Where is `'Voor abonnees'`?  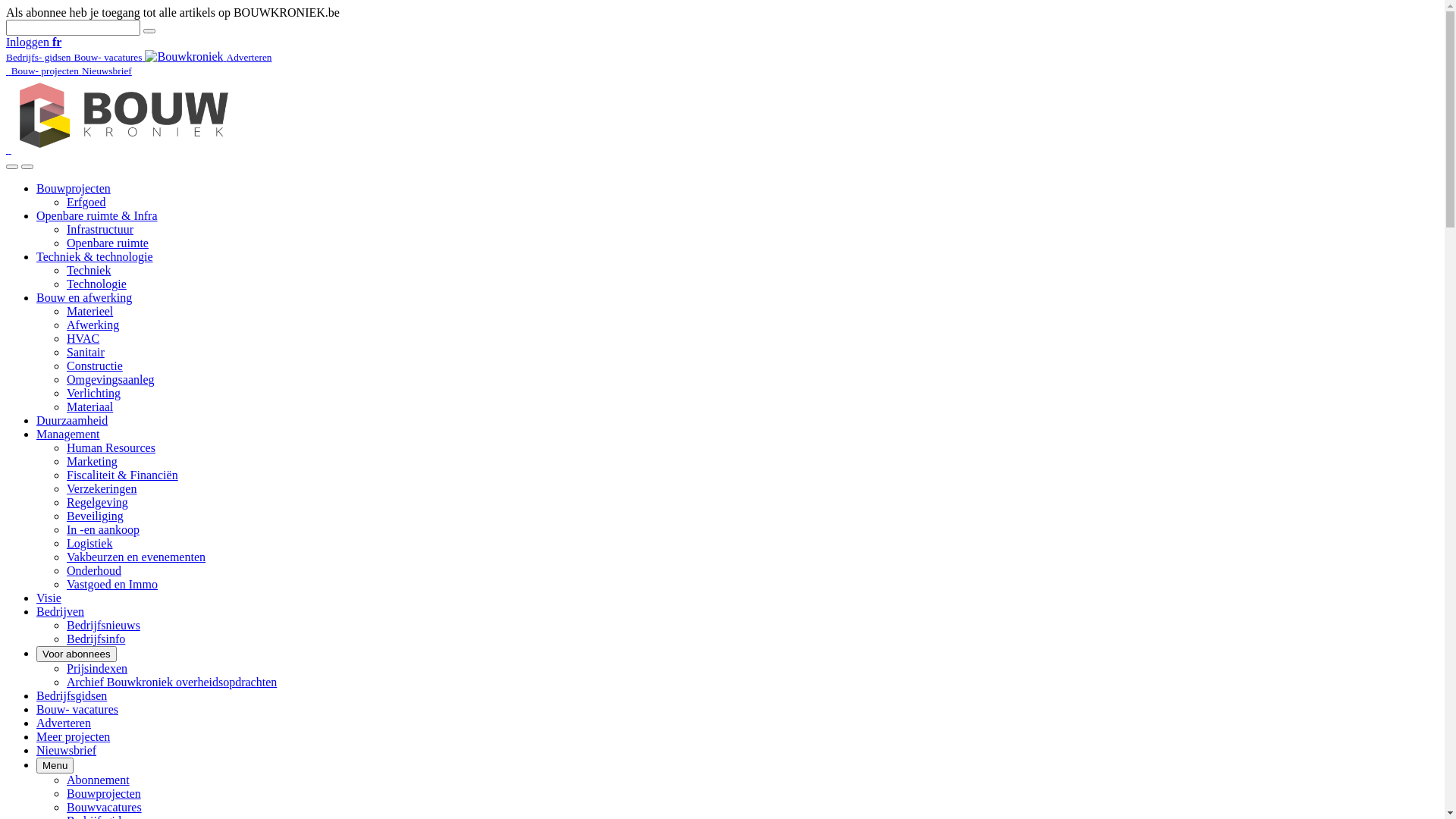
'Voor abonnees' is located at coordinates (75, 653).